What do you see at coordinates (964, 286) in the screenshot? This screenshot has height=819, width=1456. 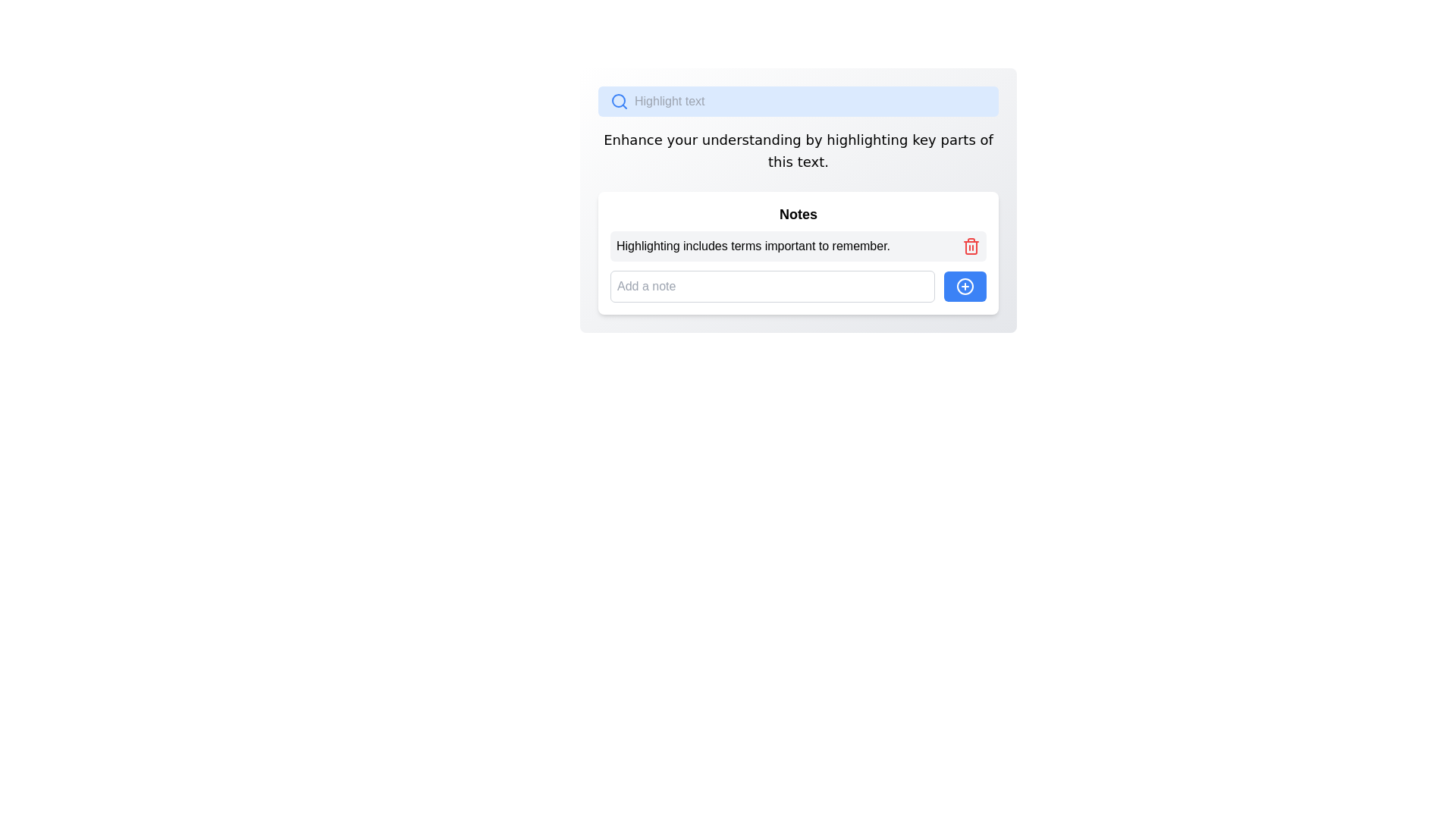 I see `the circular blue button located directly to the right of the 'Add a note' text input field` at bounding box center [964, 286].